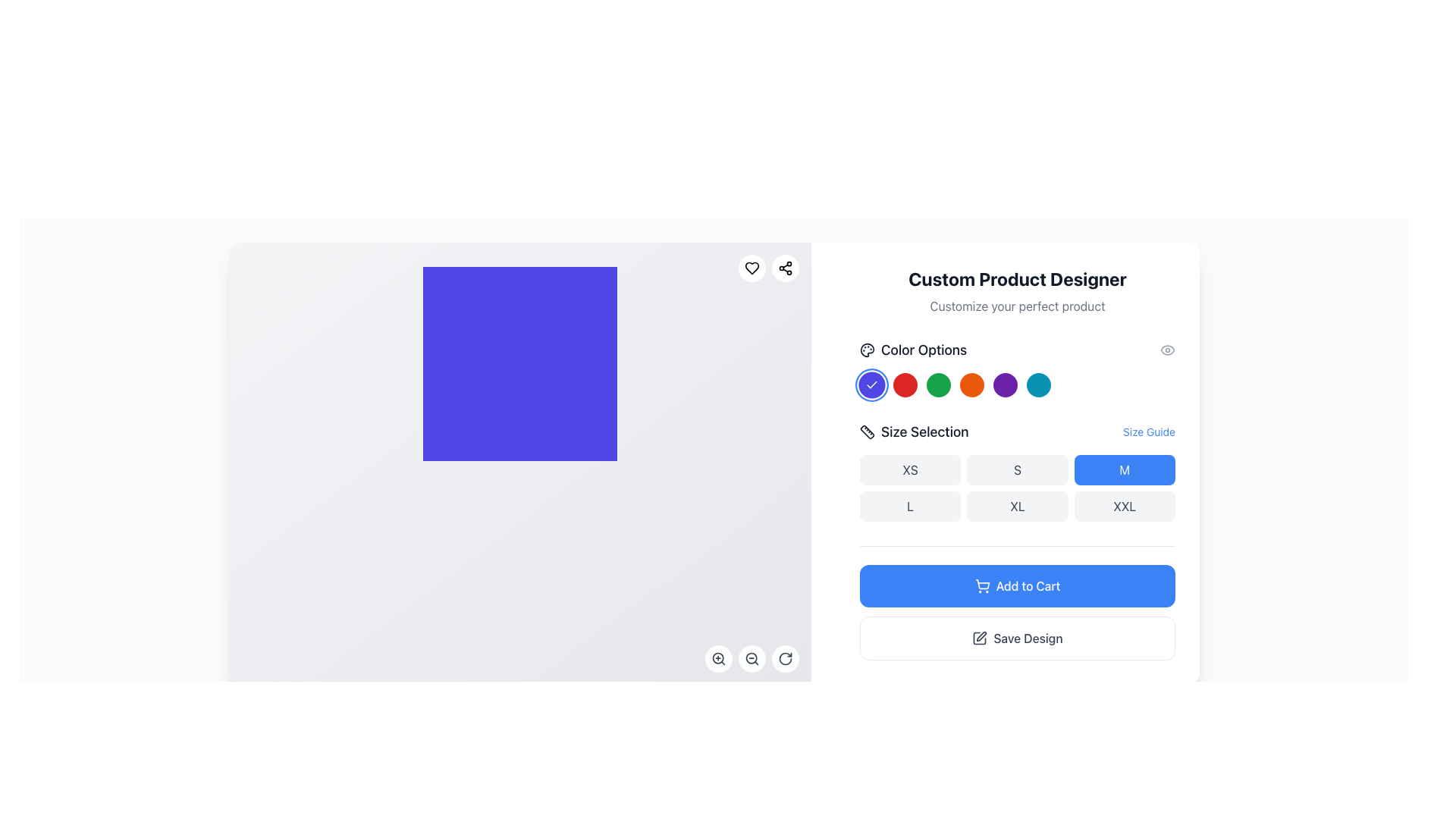 The width and height of the screenshot is (1456, 819). I want to click on the text label with an icon that indicates users can choose color options below it, located on the right panel under 'Custom Product Designer', so click(912, 350).